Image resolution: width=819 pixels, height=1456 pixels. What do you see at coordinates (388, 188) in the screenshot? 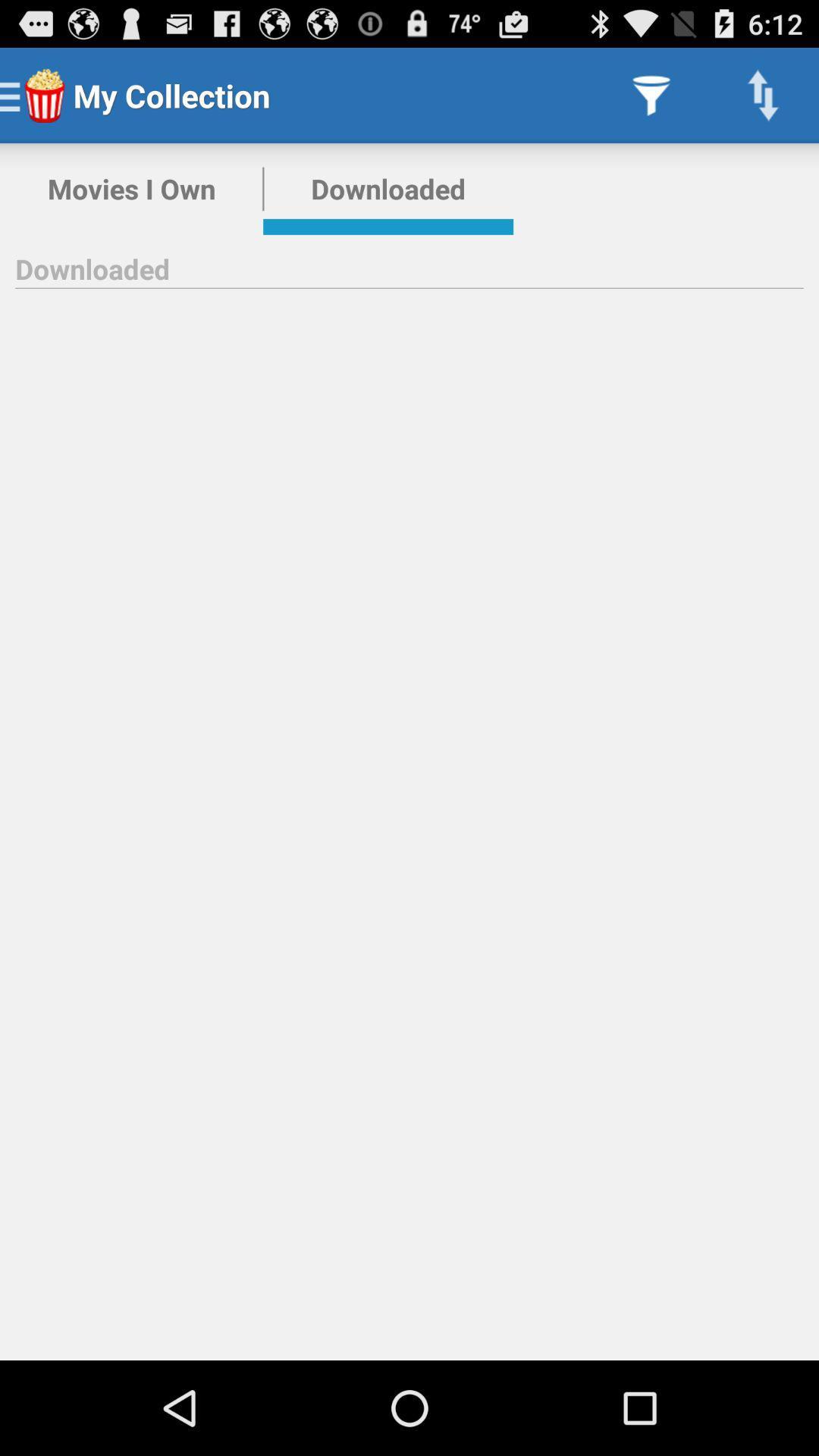
I see `icon below the my collection app` at bounding box center [388, 188].